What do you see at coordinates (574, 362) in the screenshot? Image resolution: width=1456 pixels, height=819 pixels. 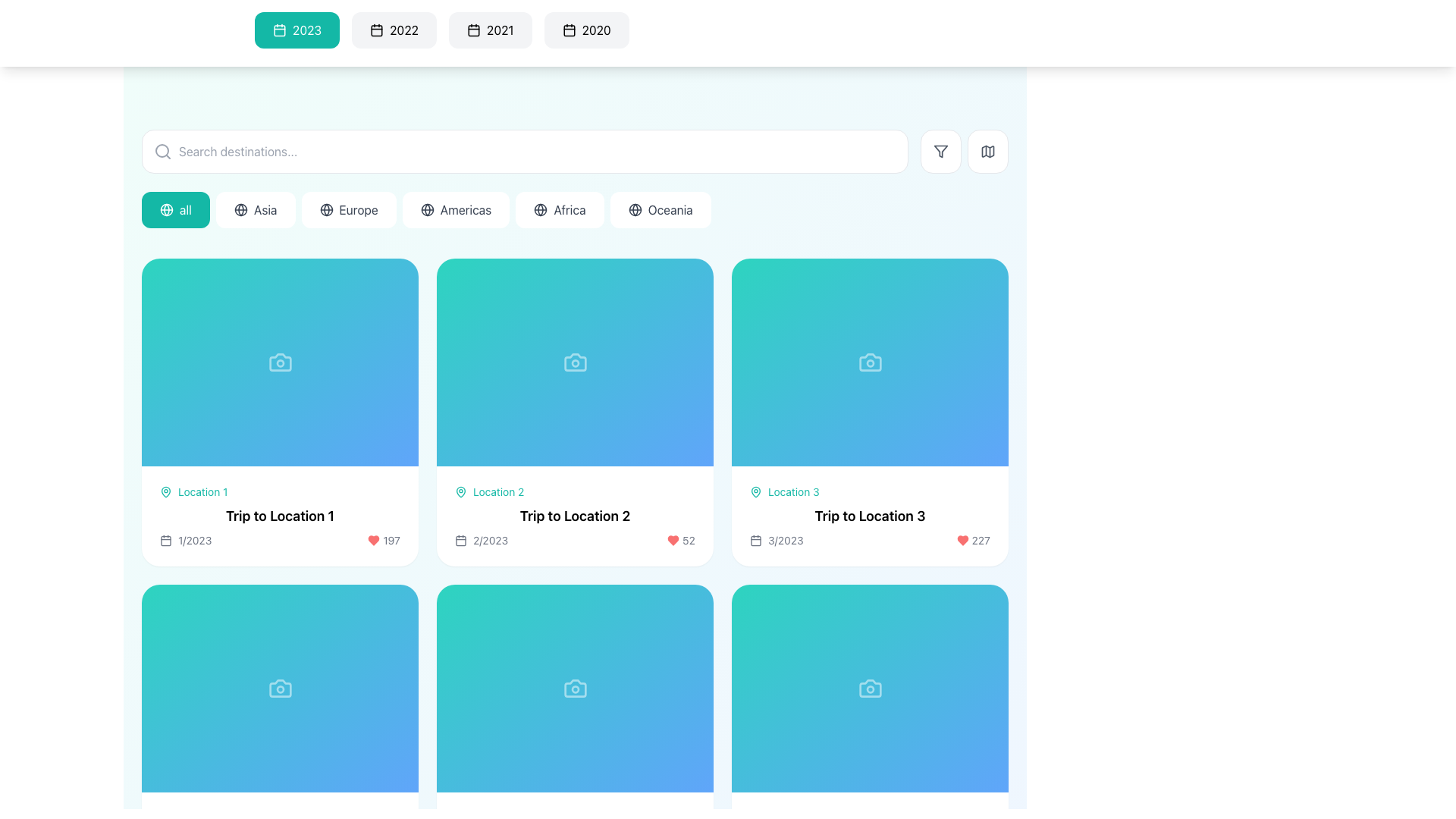 I see `the image placeholder representing 'Trip to Location 2', which is the second item in the grid of displayed trips, located in the first row and second column` at bounding box center [574, 362].